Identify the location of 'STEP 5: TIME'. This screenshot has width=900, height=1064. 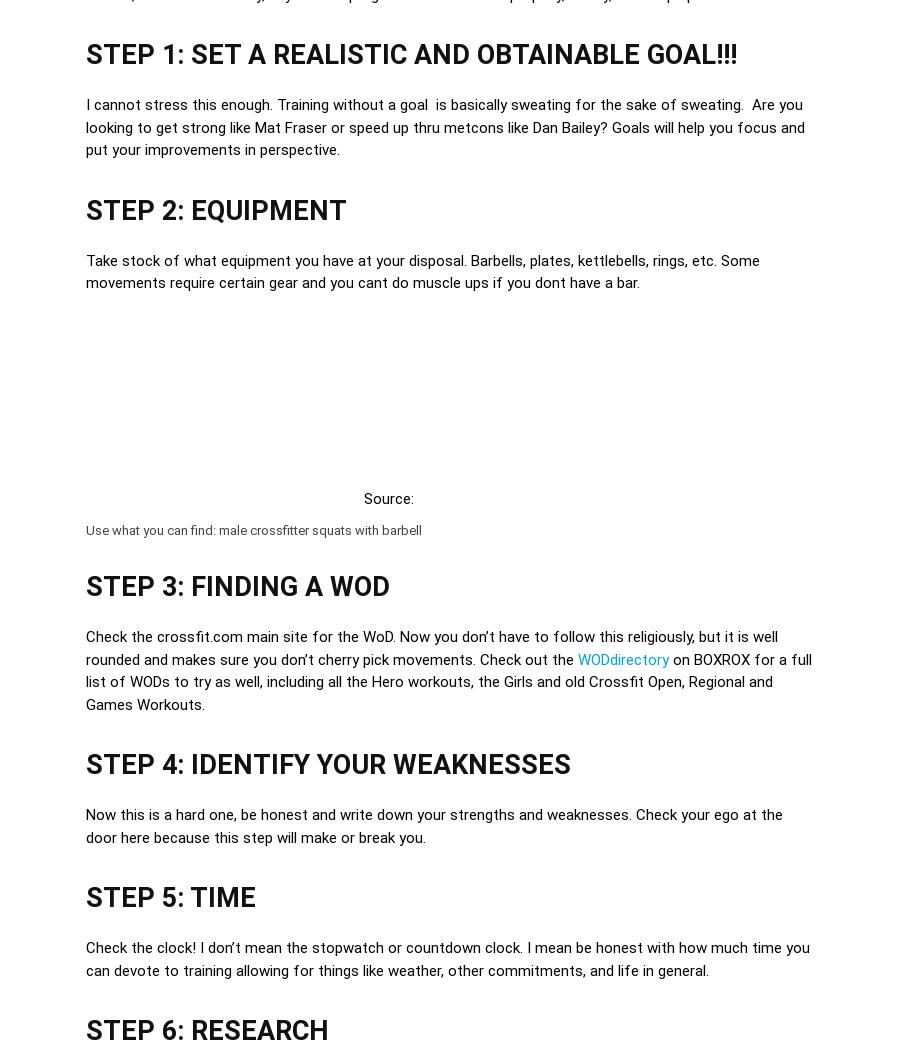
(171, 898).